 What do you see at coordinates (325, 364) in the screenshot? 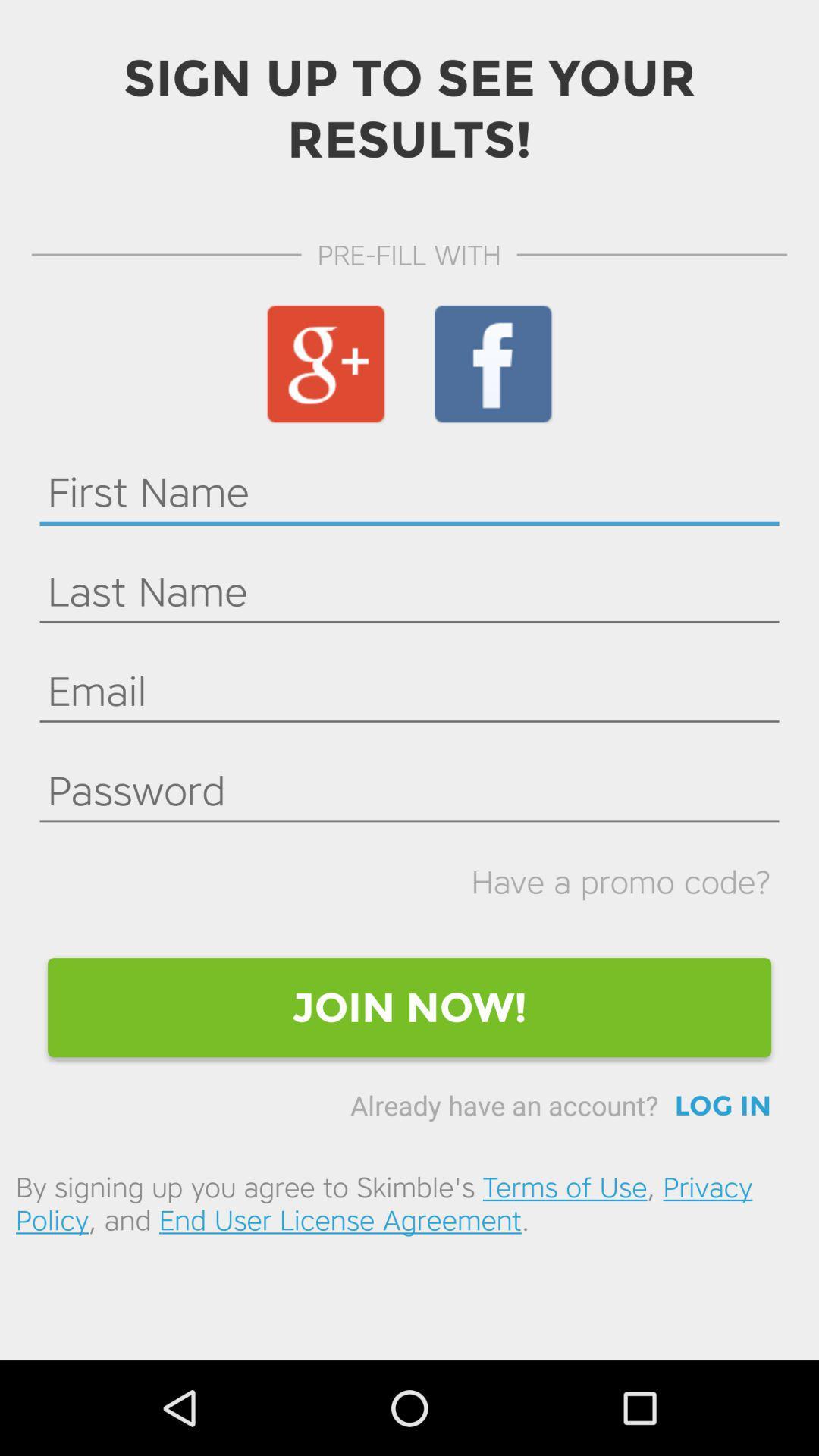
I see `the item below the pre-fill with item` at bounding box center [325, 364].